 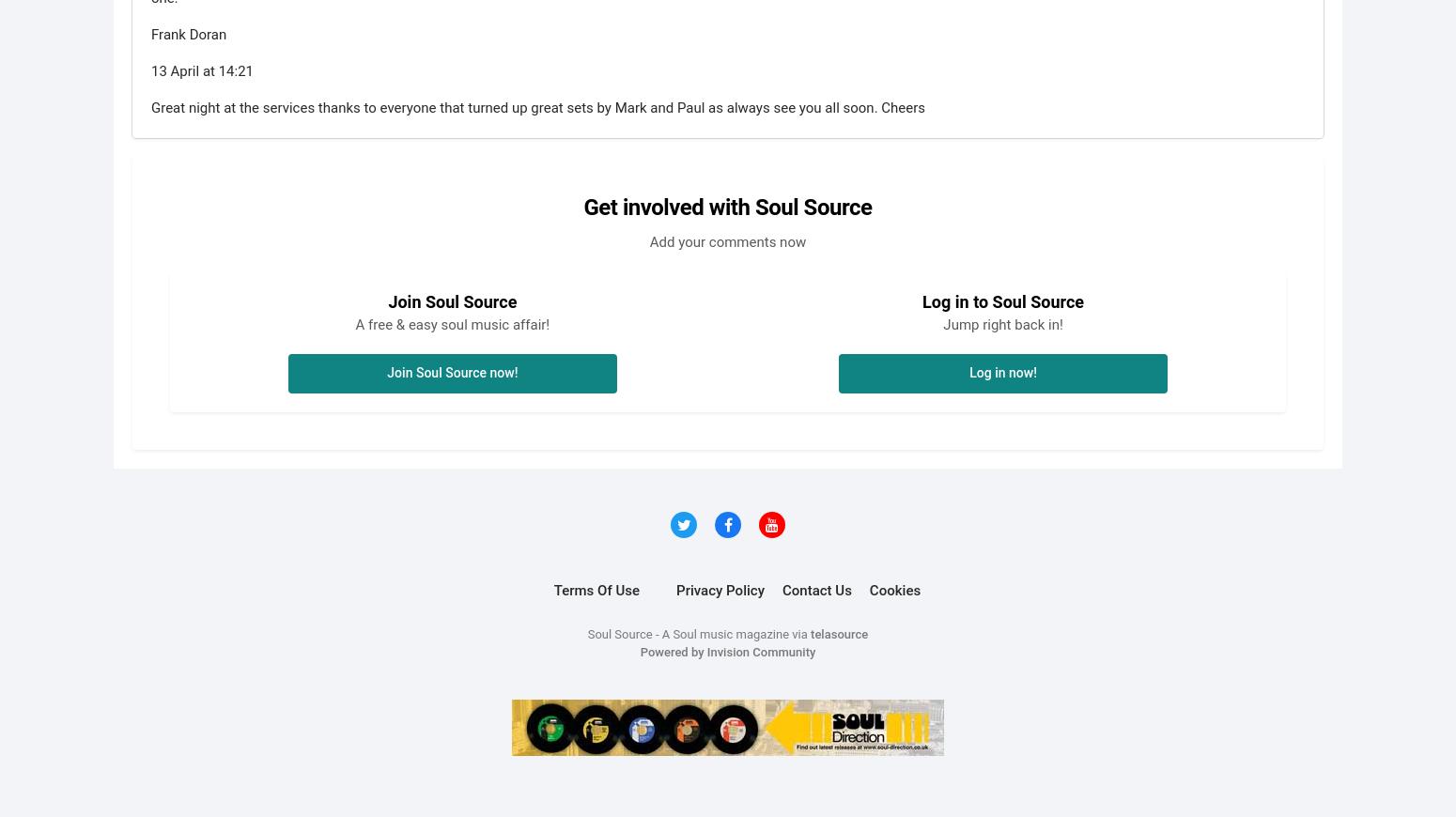 What do you see at coordinates (451, 372) in the screenshot?
I see `'Join Soul Source now!'` at bounding box center [451, 372].